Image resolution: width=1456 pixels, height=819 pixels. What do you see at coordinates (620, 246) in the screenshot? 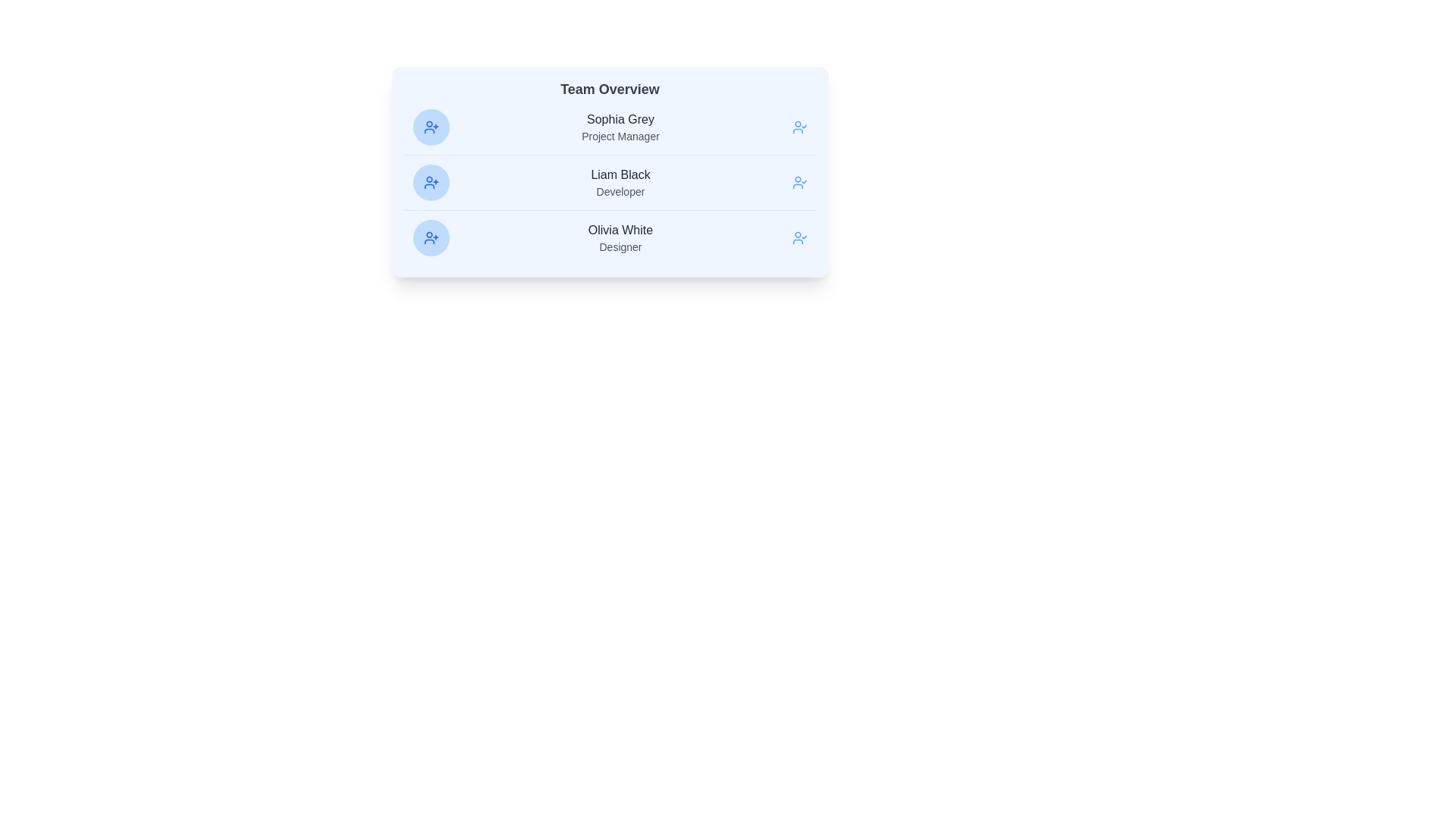
I see `the text label displaying 'Designer' which is located beneath 'Olivia White' in the third row of the Team Overview list` at bounding box center [620, 246].